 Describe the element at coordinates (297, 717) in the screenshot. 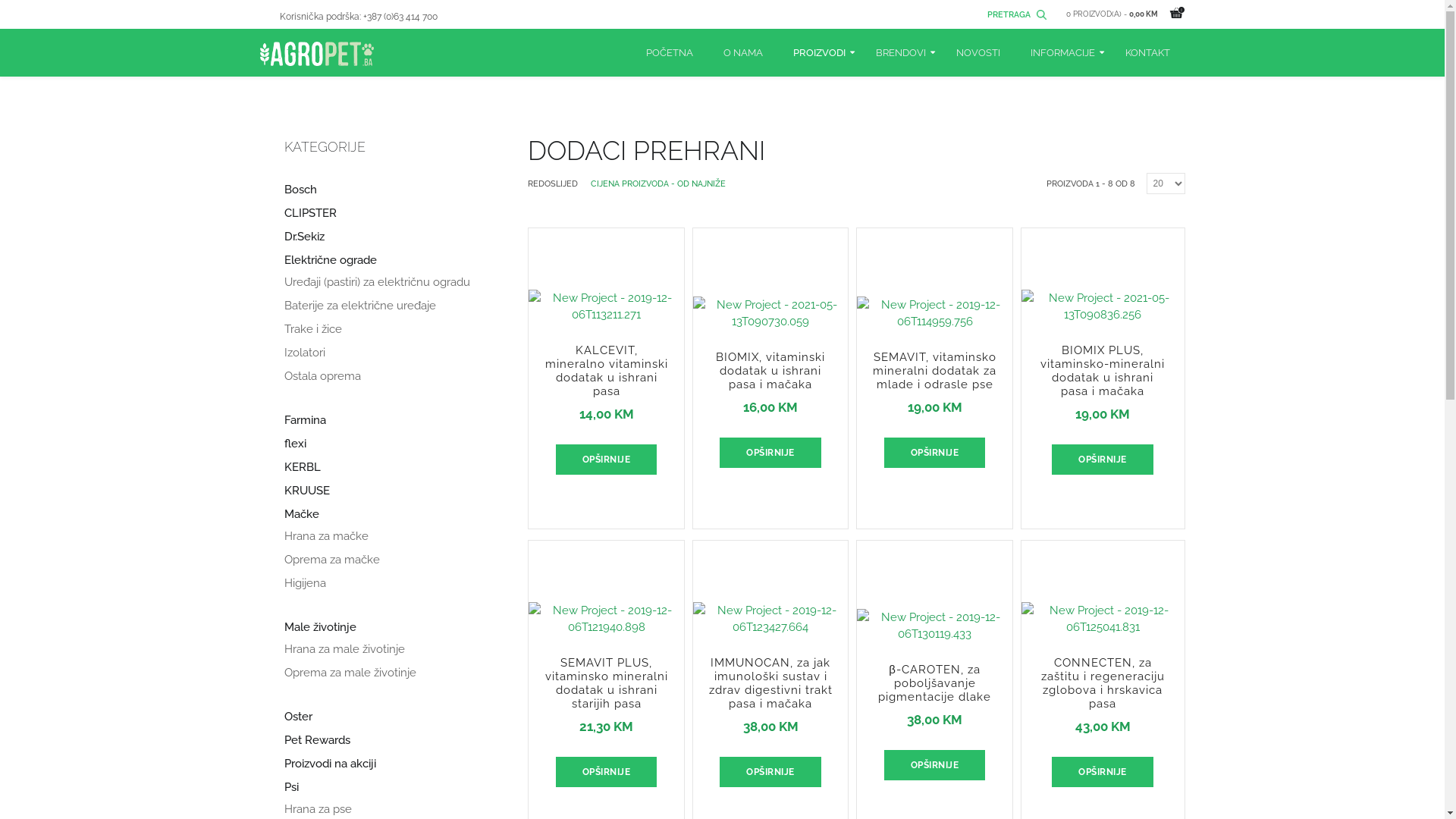

I see `'Oster'` at that location.